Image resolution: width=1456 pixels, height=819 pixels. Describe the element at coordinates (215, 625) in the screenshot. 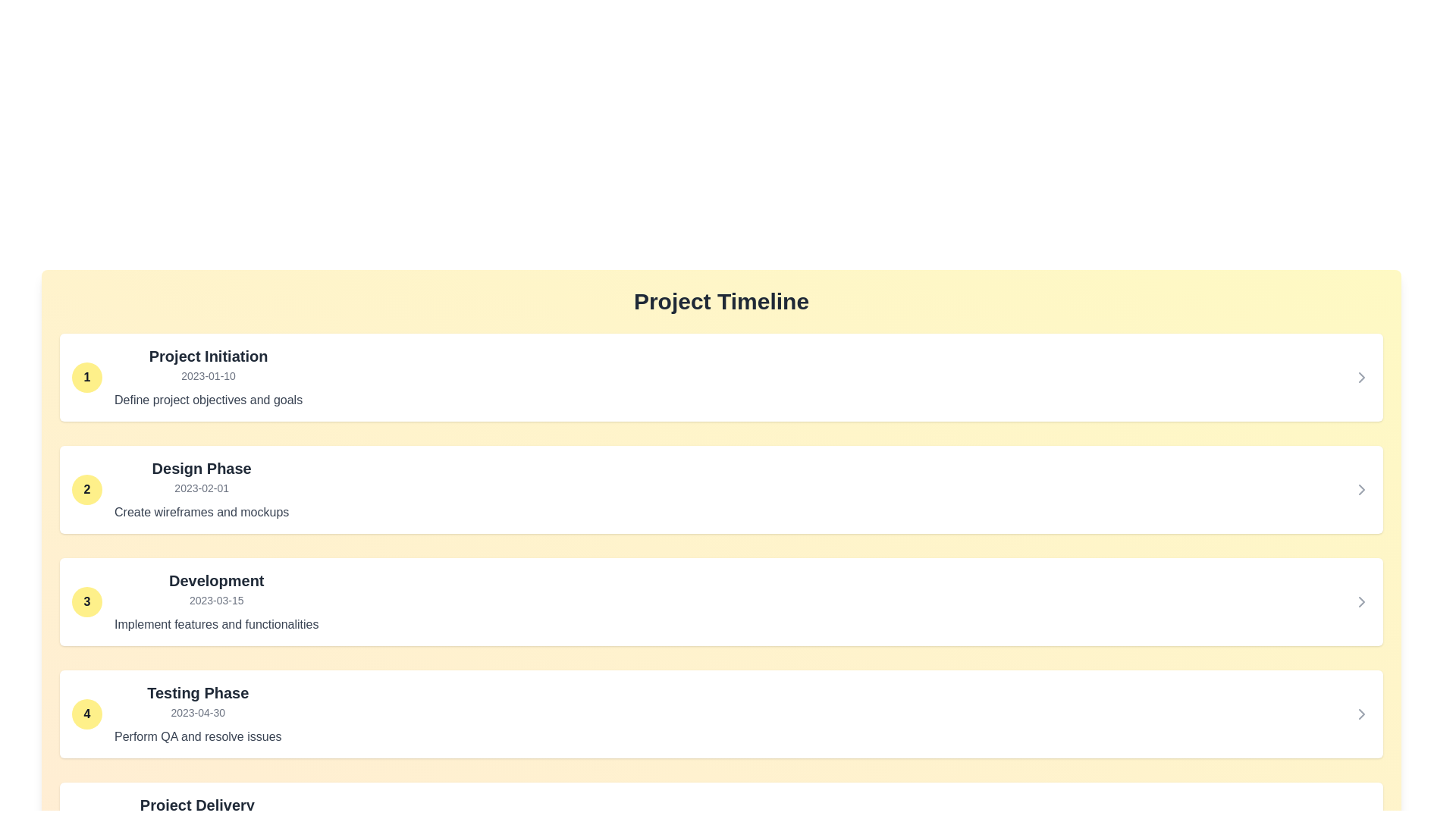

I see `the text label displaying 'Implement features and functionalities' in gray font, located beneath the 'Development' section header and the date '2023-03-15'` at that location.